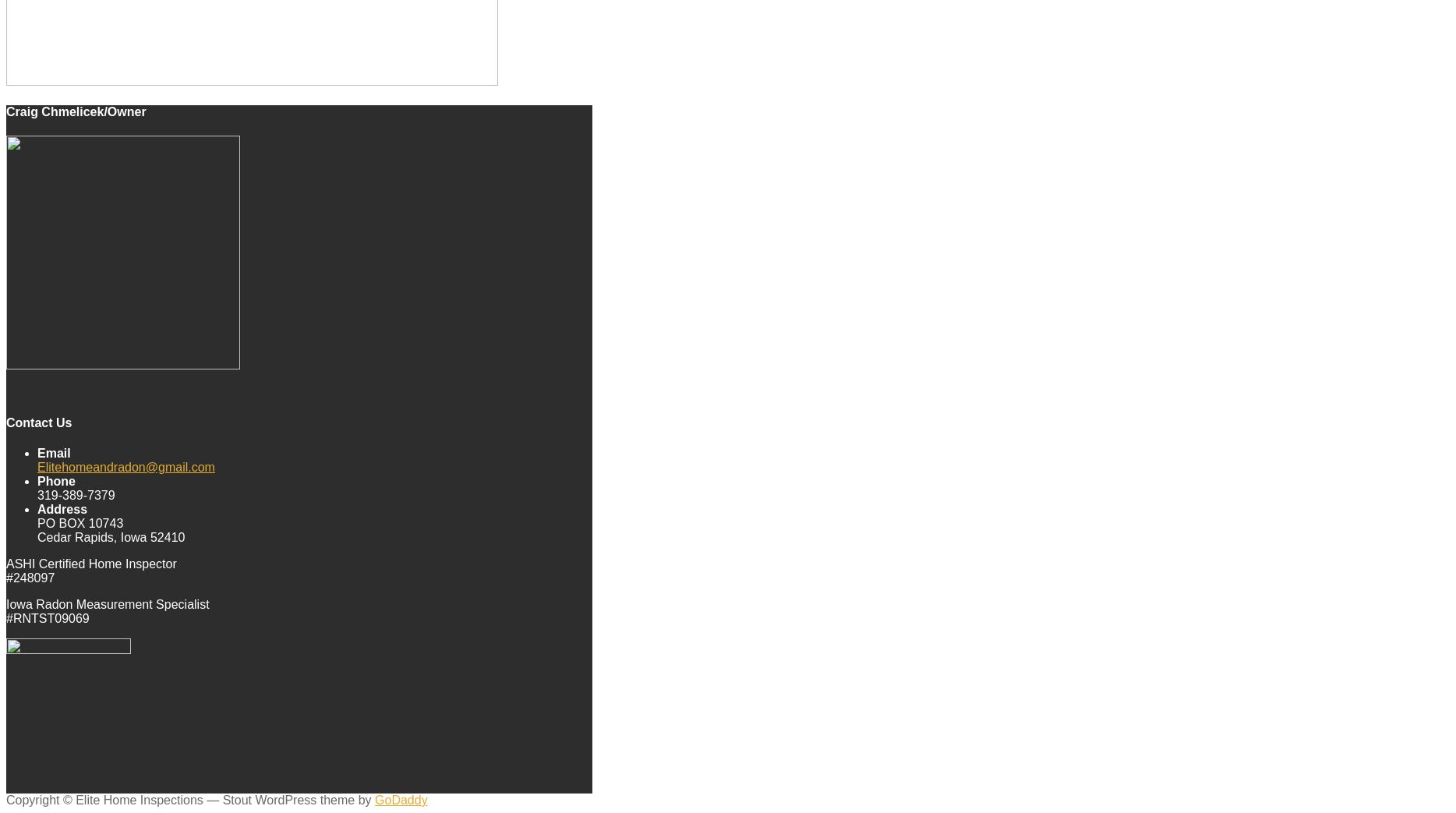  Describe the element at coordinates (62, 507) in the screenshot. I see `'Address'` at that location.